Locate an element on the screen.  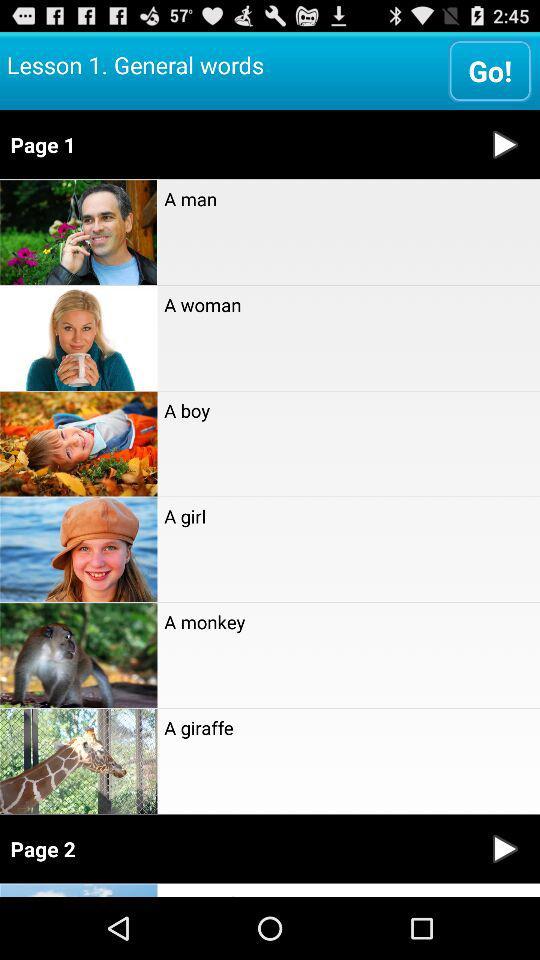
the a boy icon is located at coordinates (347, 409).